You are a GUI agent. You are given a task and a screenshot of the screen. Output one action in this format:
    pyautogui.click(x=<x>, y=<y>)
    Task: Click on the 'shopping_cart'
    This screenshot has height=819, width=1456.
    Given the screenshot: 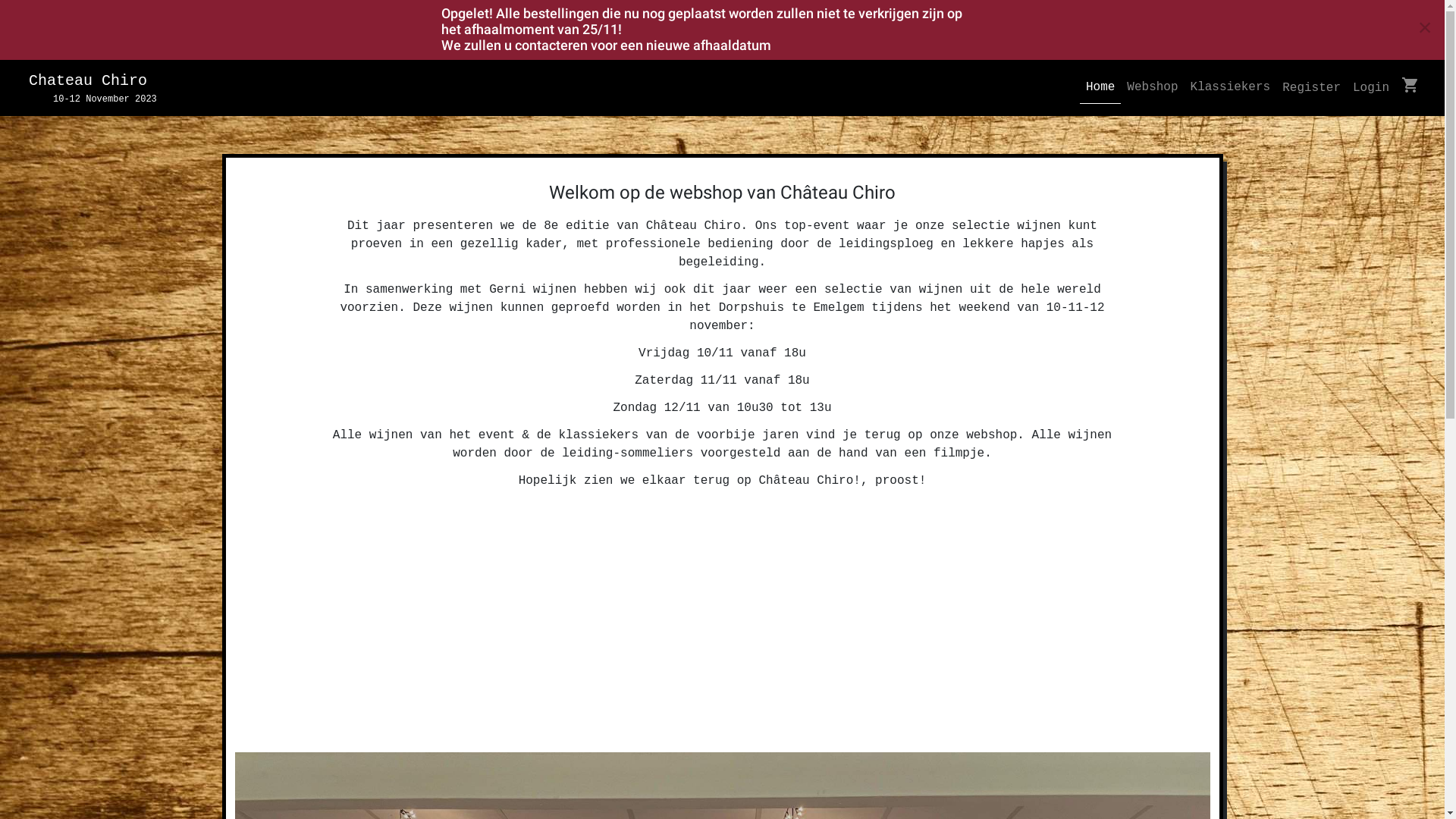 What is the action you would take?
    pyautogui.click(x=1410, y=88)
    